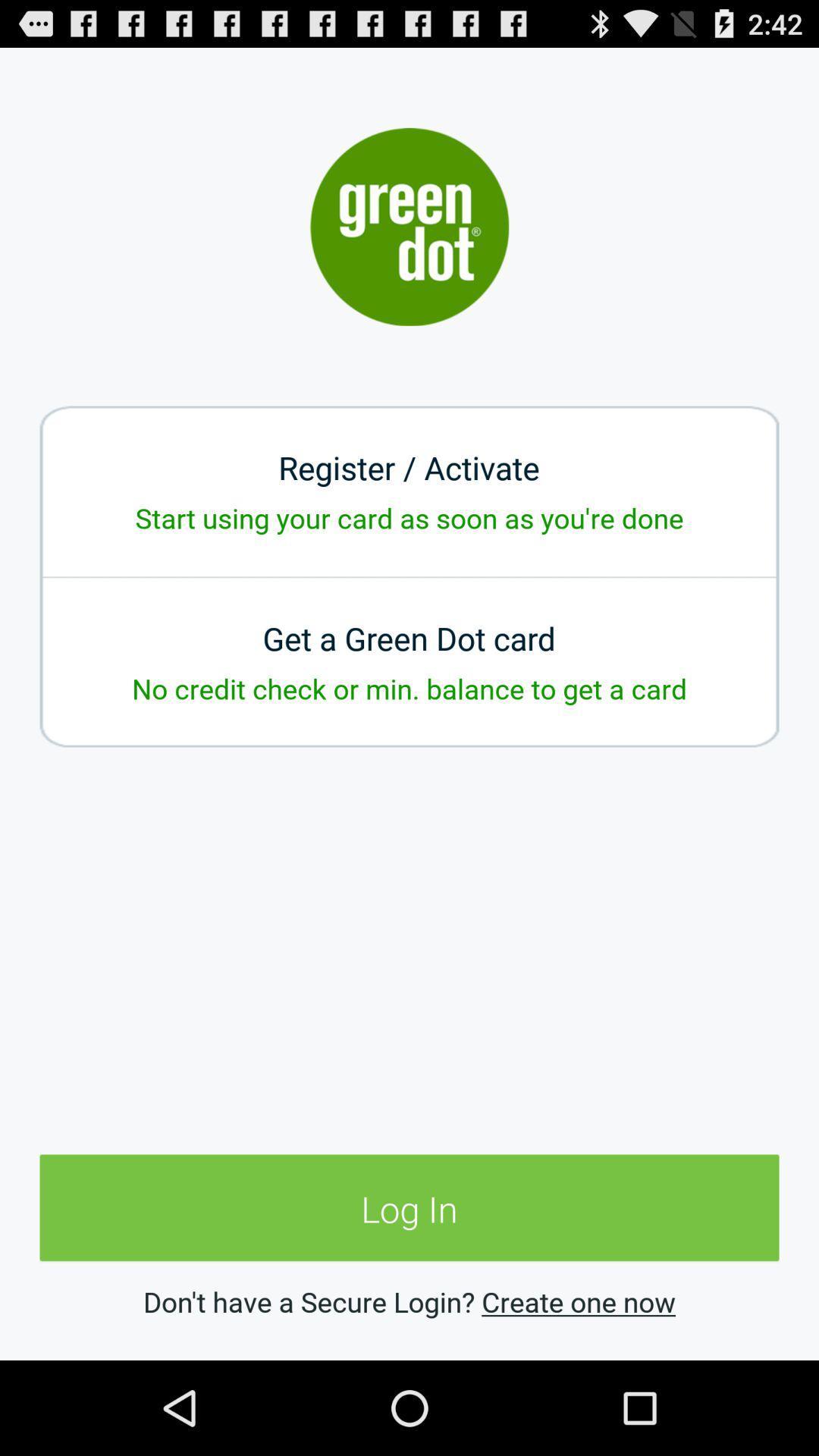 Image resolution: width=819 pixels, height=1456 pixels. I want to click on log in, so click(409, 1208).